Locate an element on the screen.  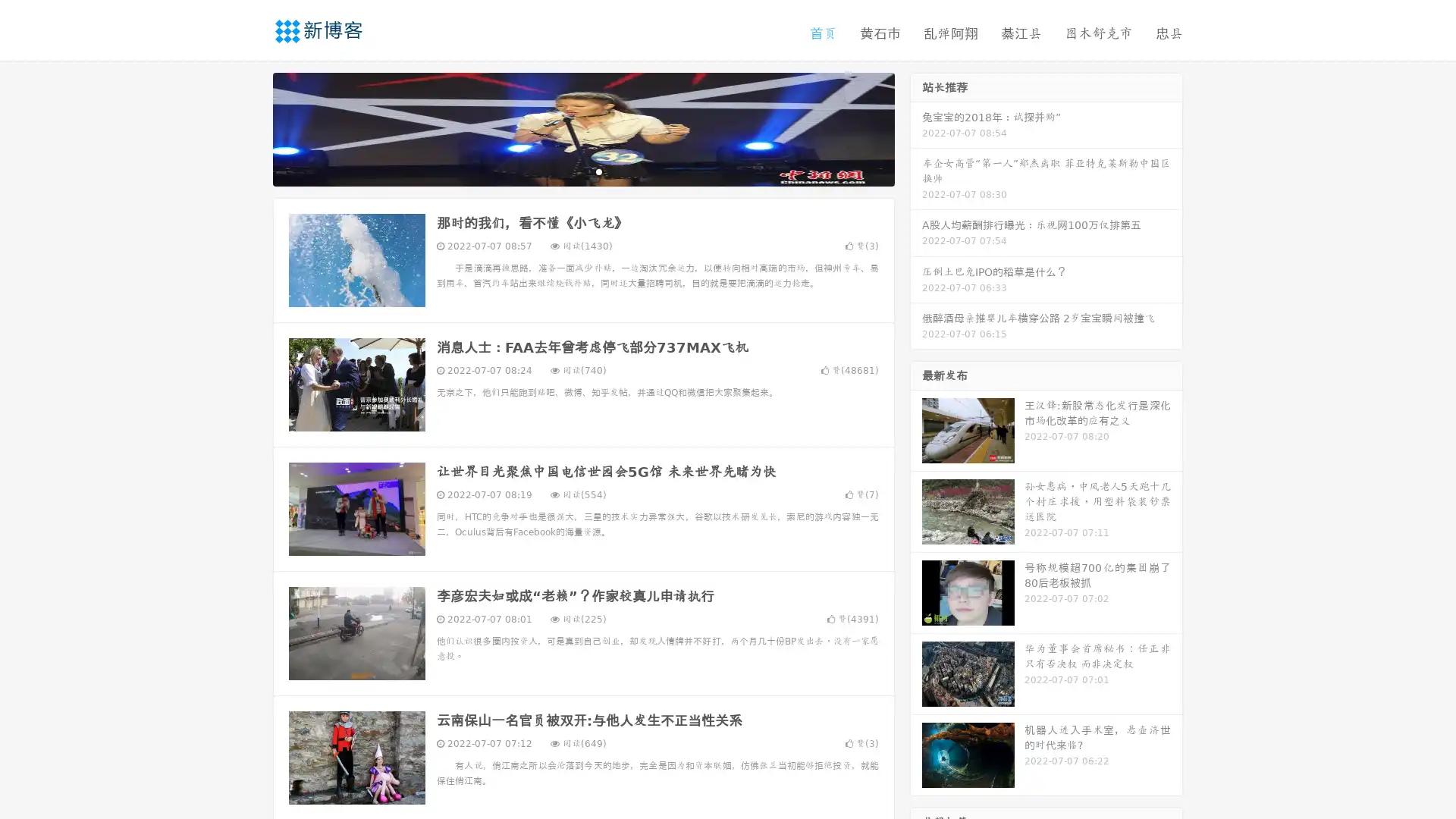
Previous slide is located at coordinates (250, 127).